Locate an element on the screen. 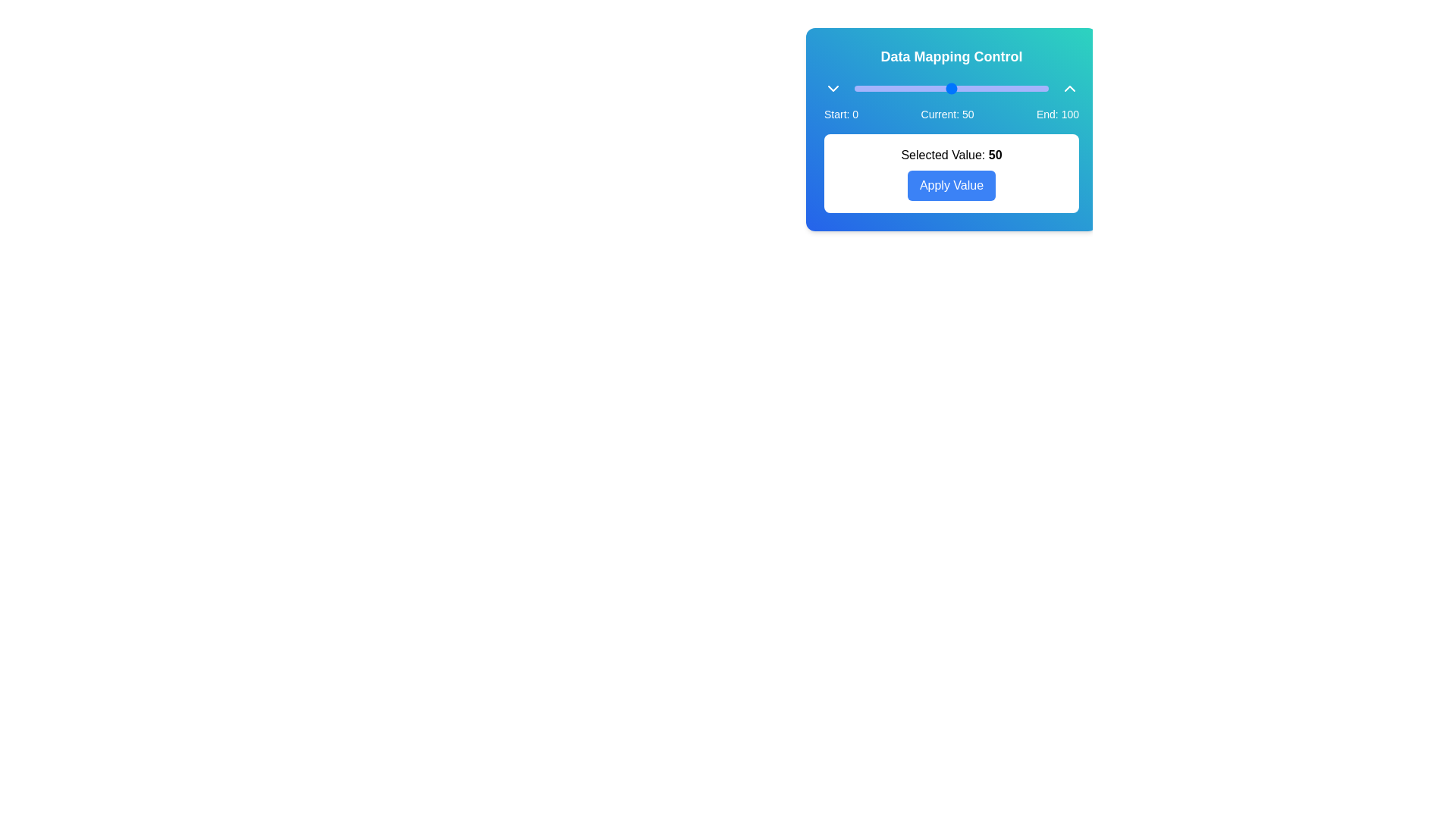 Image resolution: width=1456 pixels, height=819 pixels. the 'Apply Value' button at the bottom of the Data Mapping Control widget to confirm the selection is located at coordinates (950, 128).